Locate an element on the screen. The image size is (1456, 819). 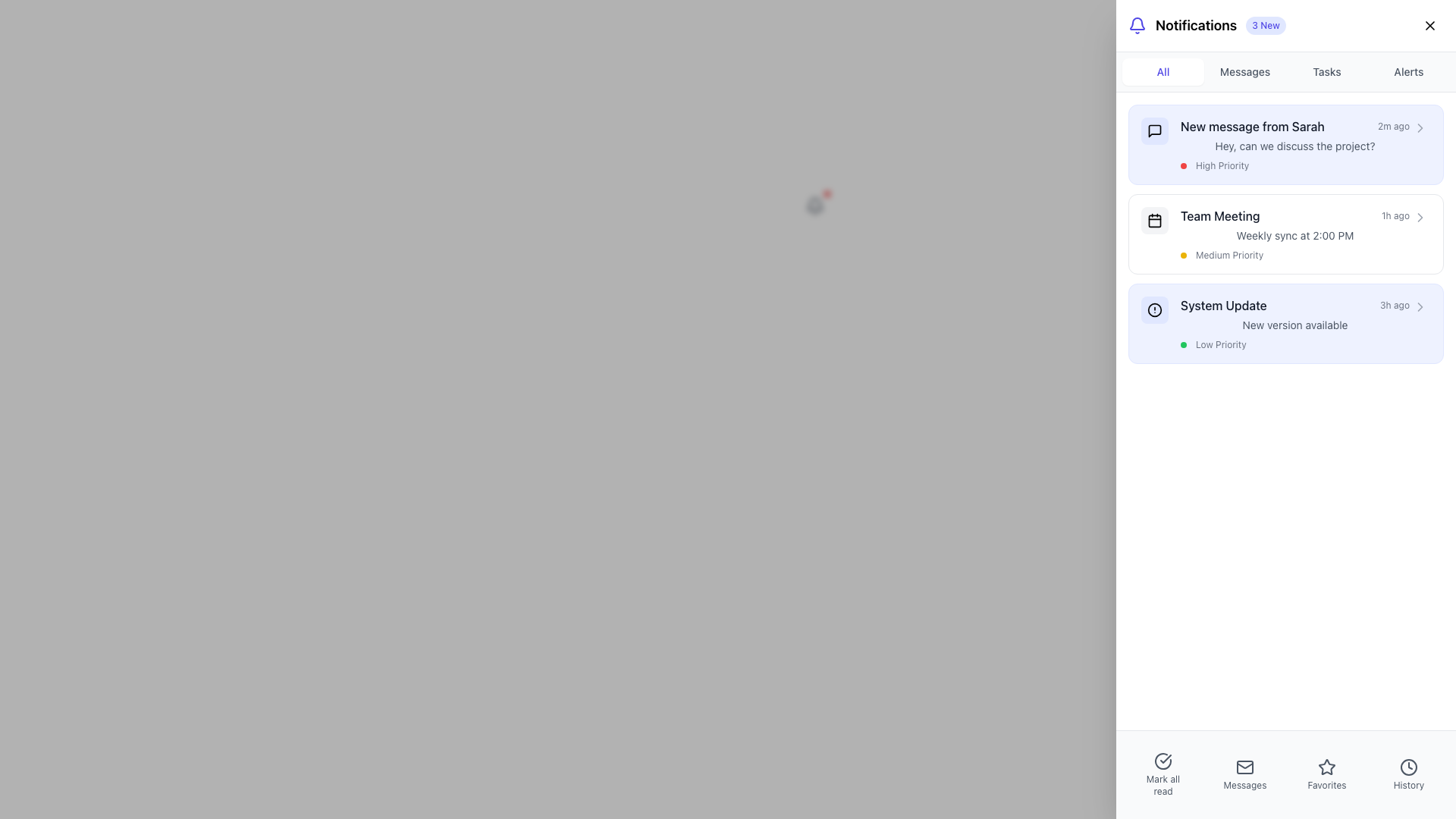
the notification panel titled 'New message from Sarah' is located at coordinates (1294, 145).